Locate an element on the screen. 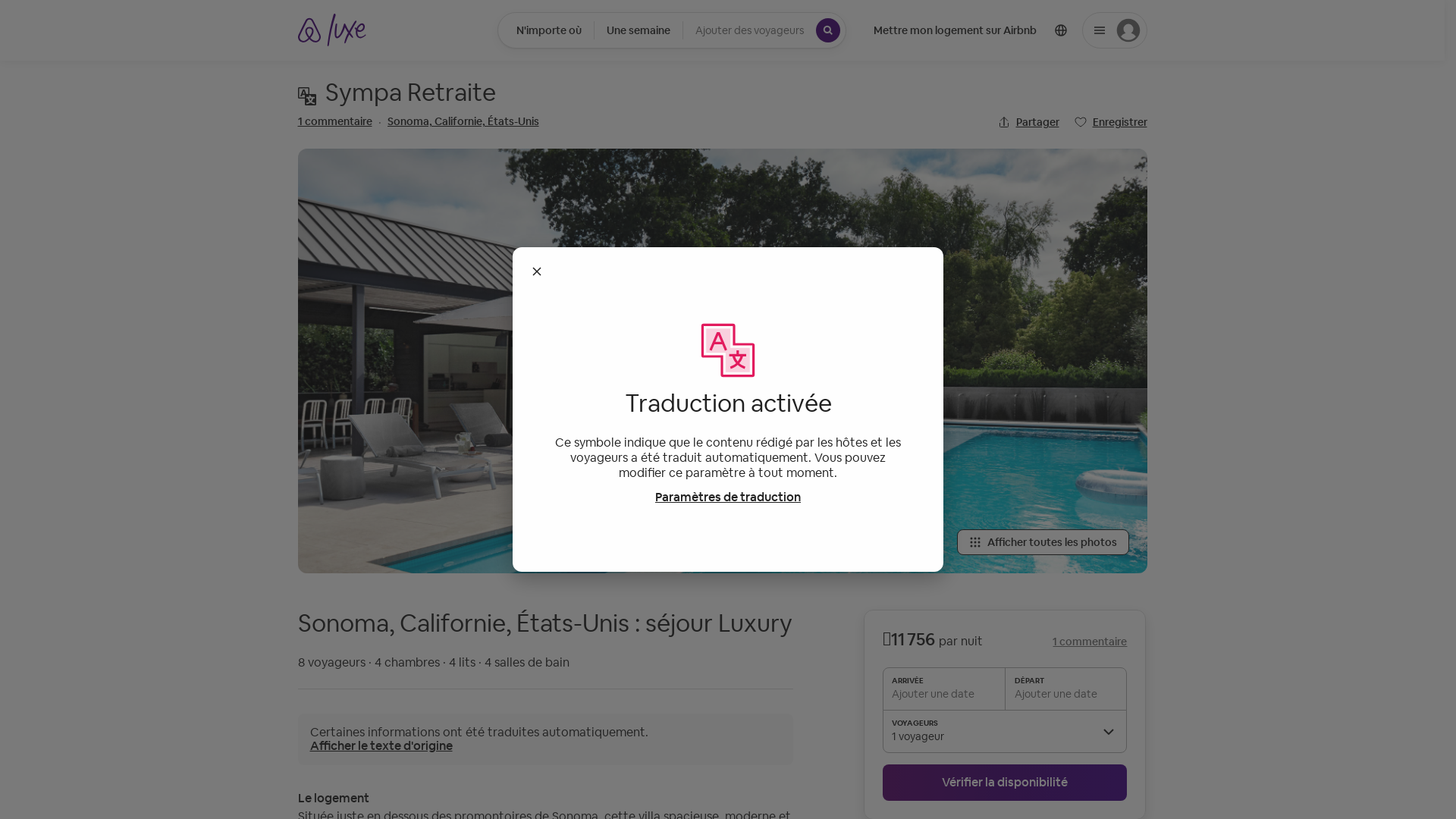 The image size is (1456, 819). 'Voyageurs is located at coordinates (764, 30).